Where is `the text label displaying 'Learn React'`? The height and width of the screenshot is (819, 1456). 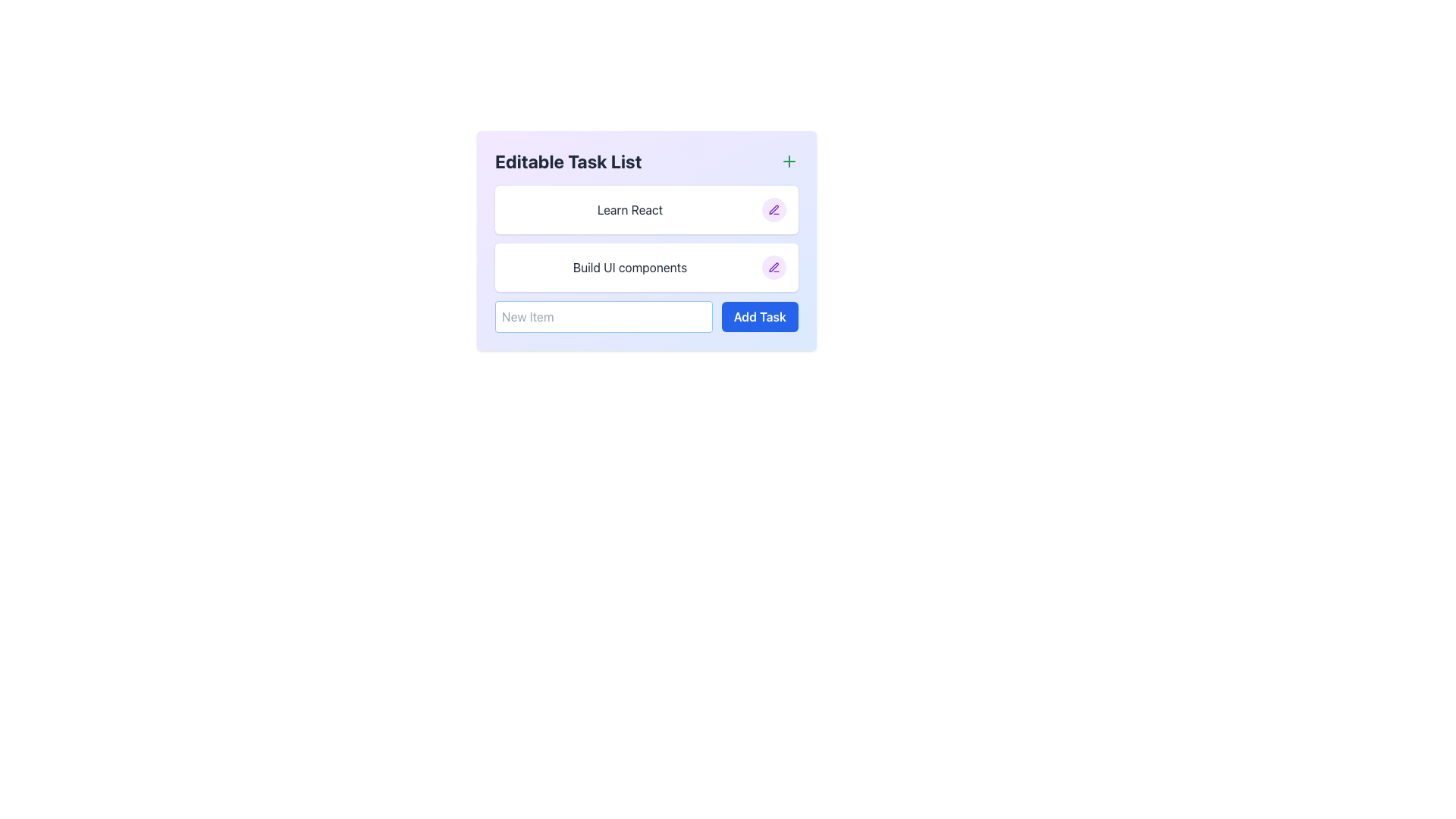
the text label displaying 'Learn React' is located at coordinates (629, 210).